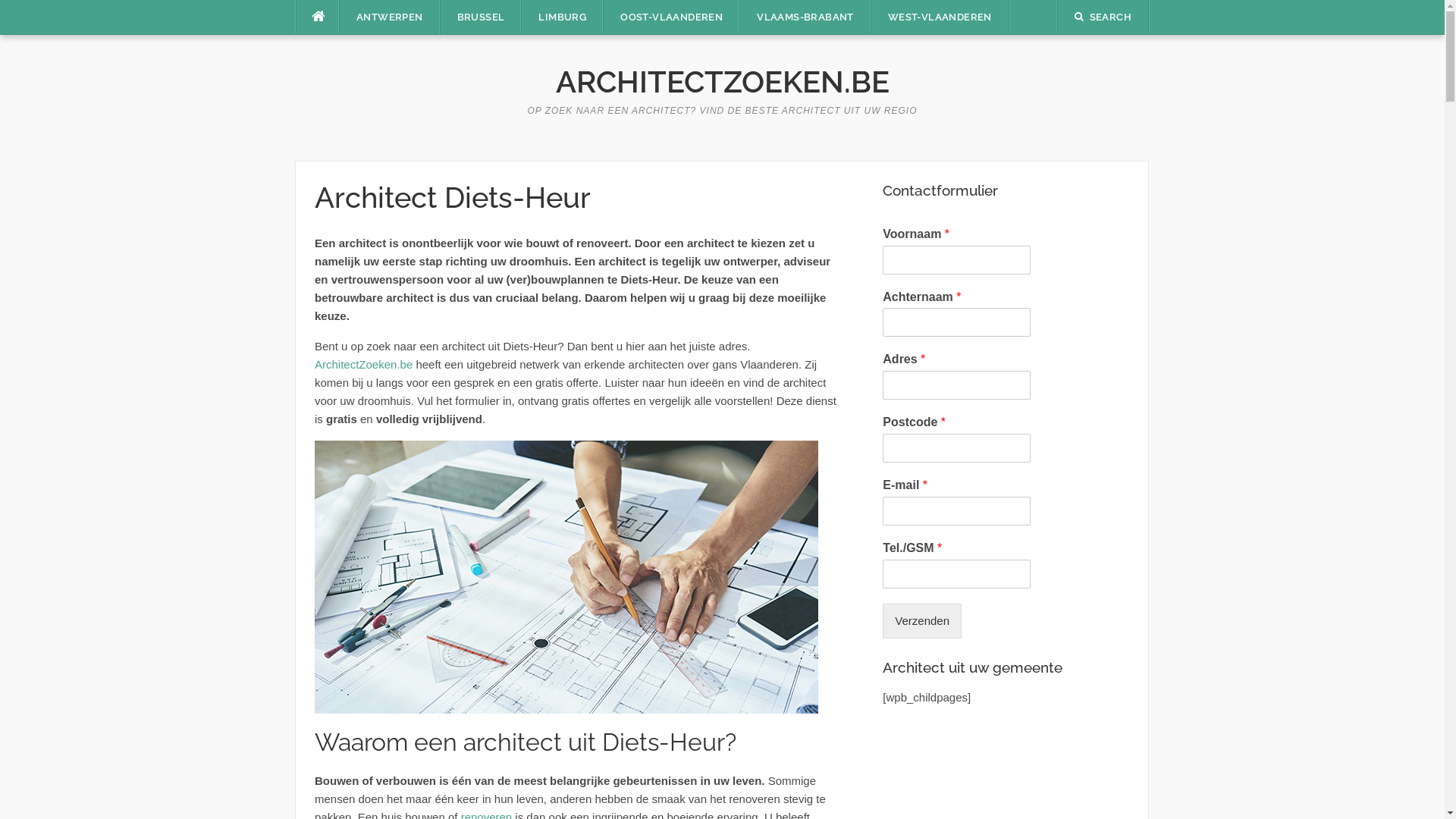  Describe the element at coordinates (720, 81) in the screenshot. I see `'ARCHITECTZOEKEN.BE'` at that location.